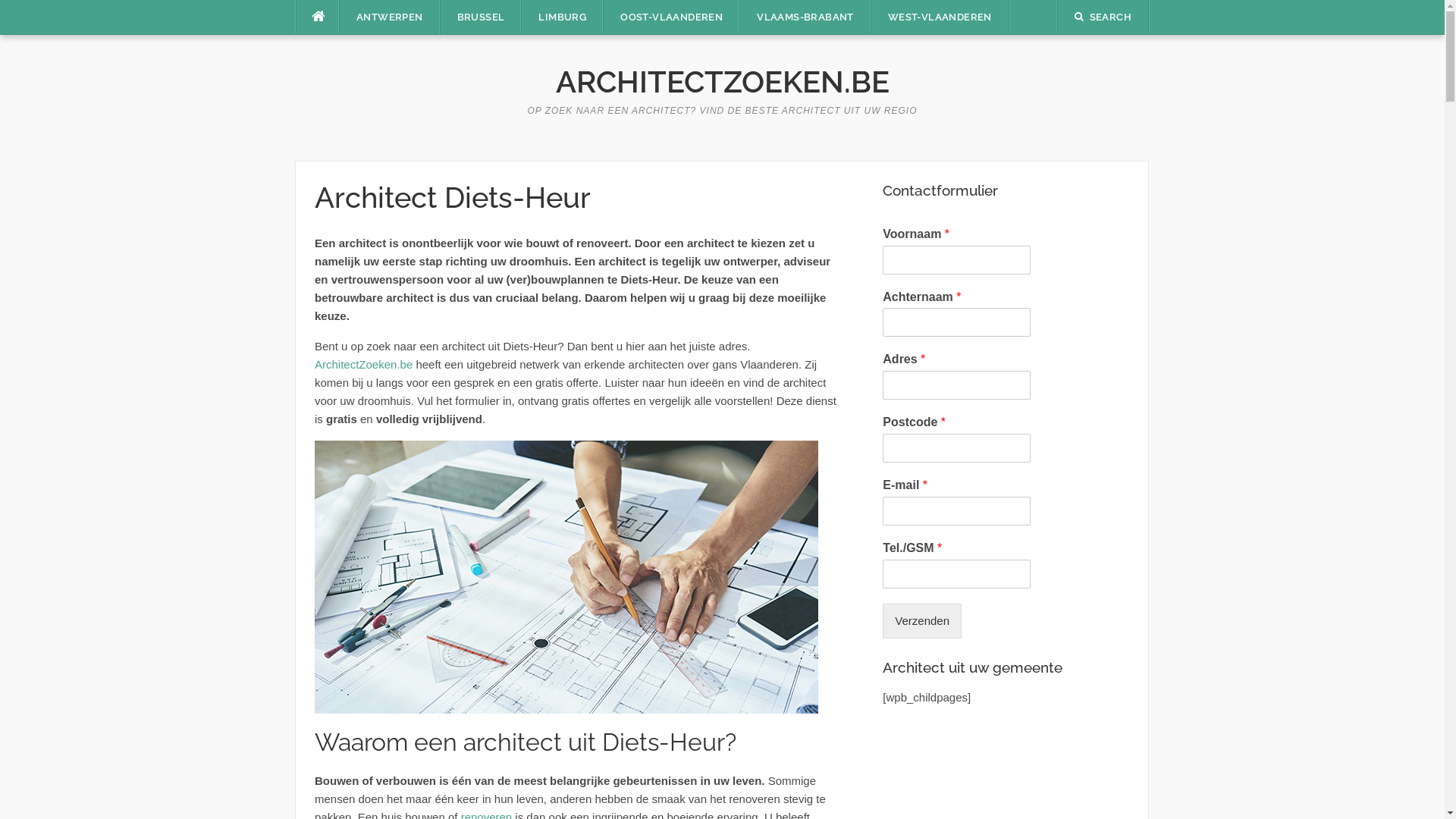  Describe the element at coordinates (720, 81) in the screenshot. I see `'ARCHITECTZOEKEN.BE'` at that location.